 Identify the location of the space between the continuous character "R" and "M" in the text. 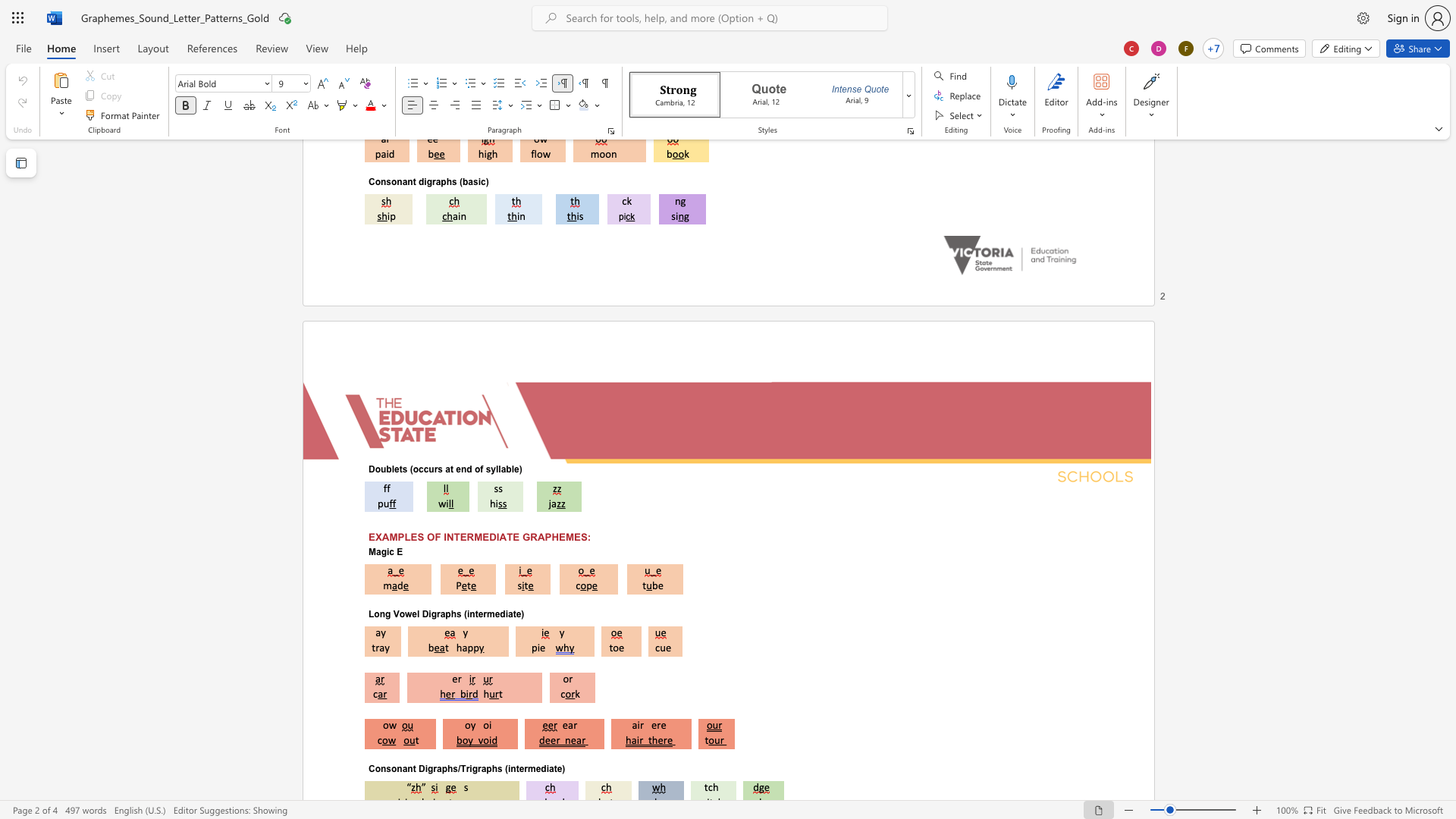
(473, 536).